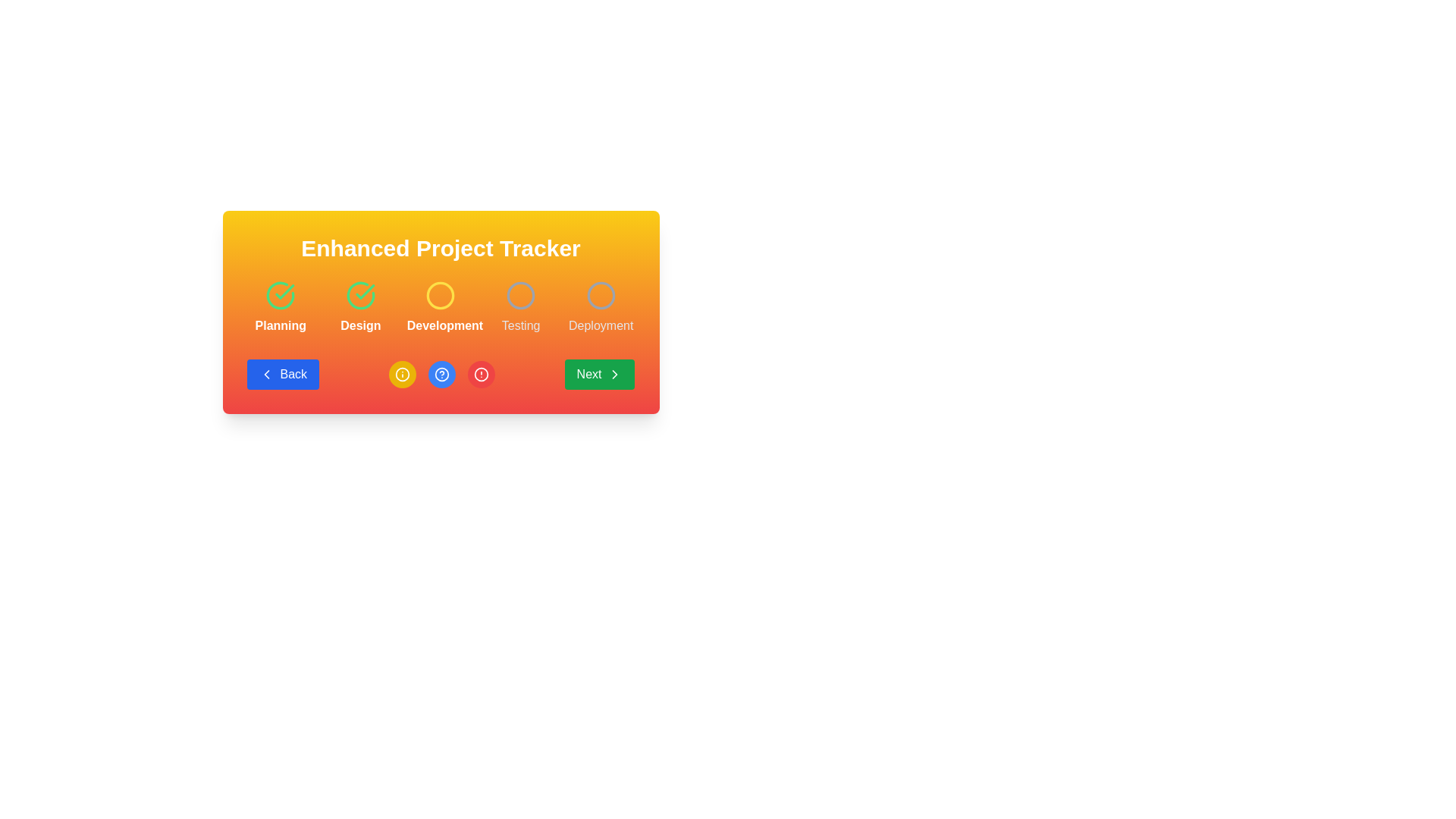  What do you see at coordinates (480, 374) in the screenshot?
I see `the third circular icon below the text 'Enhanced Project Tracker'` at bounding box center [480, 374].